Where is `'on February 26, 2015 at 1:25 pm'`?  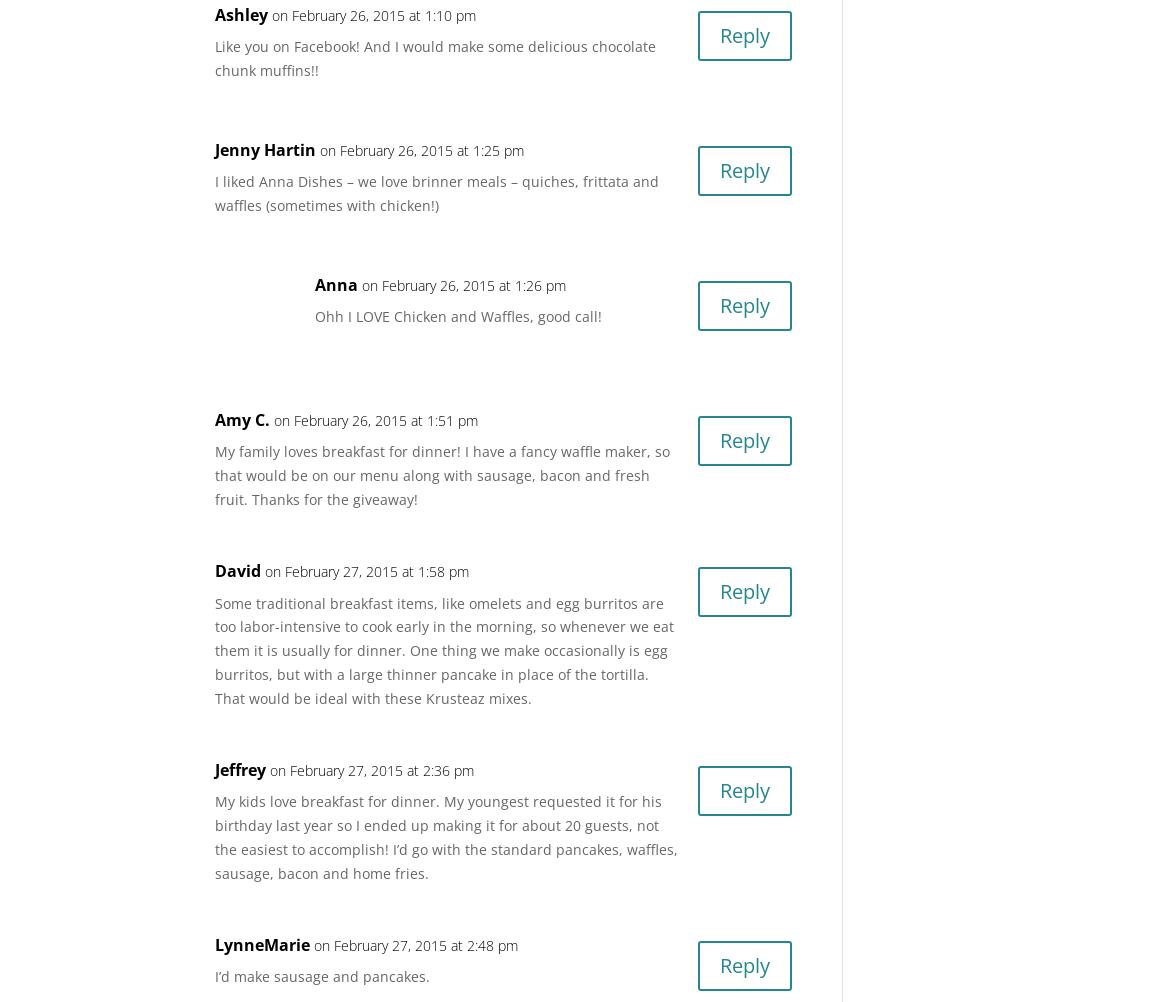
'on February 26, 2015 at 1:25 pm' is located at coordinates (422, 148).